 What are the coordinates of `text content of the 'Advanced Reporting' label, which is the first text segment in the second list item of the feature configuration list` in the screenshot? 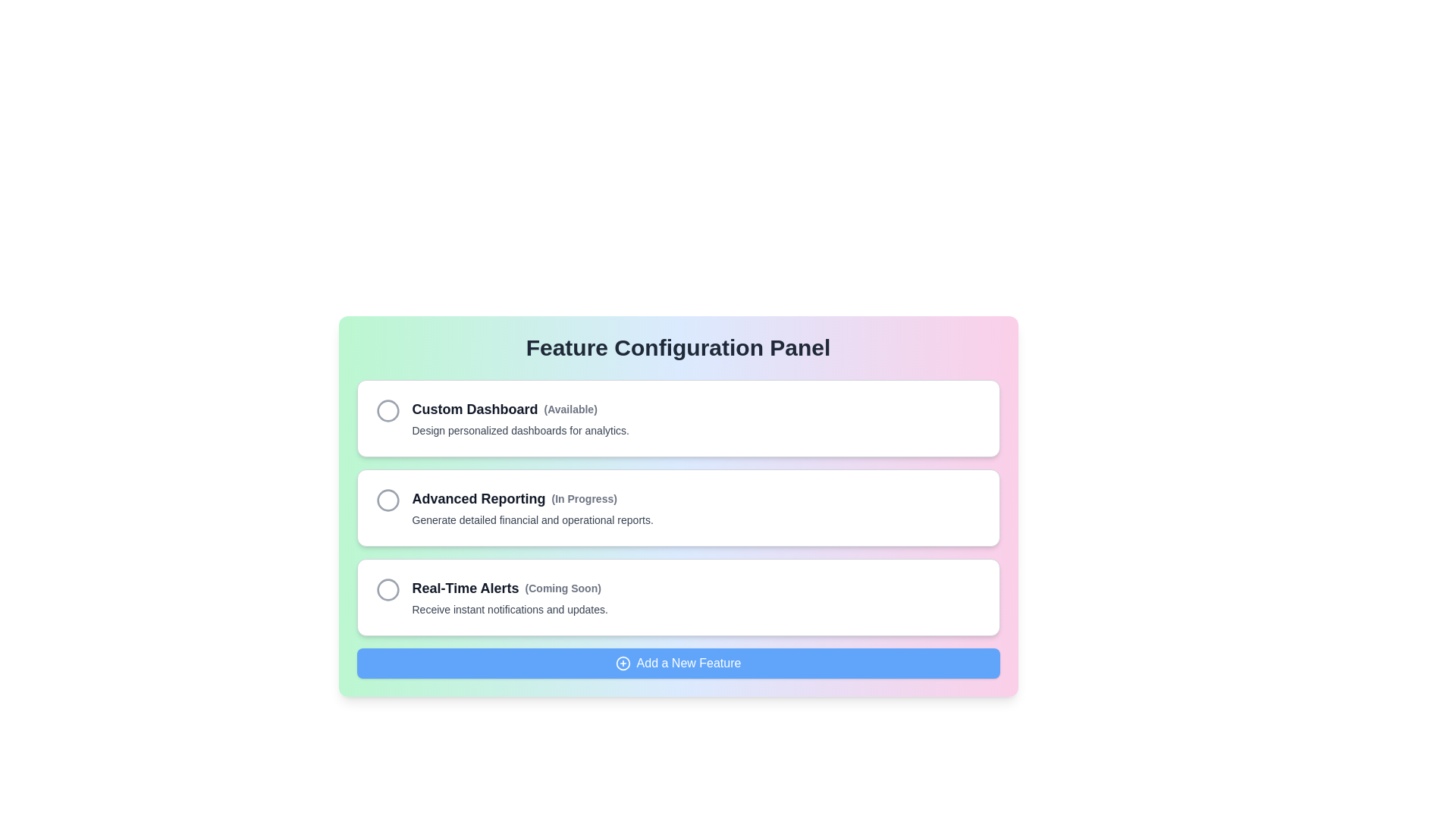 It's located at (478, 499).